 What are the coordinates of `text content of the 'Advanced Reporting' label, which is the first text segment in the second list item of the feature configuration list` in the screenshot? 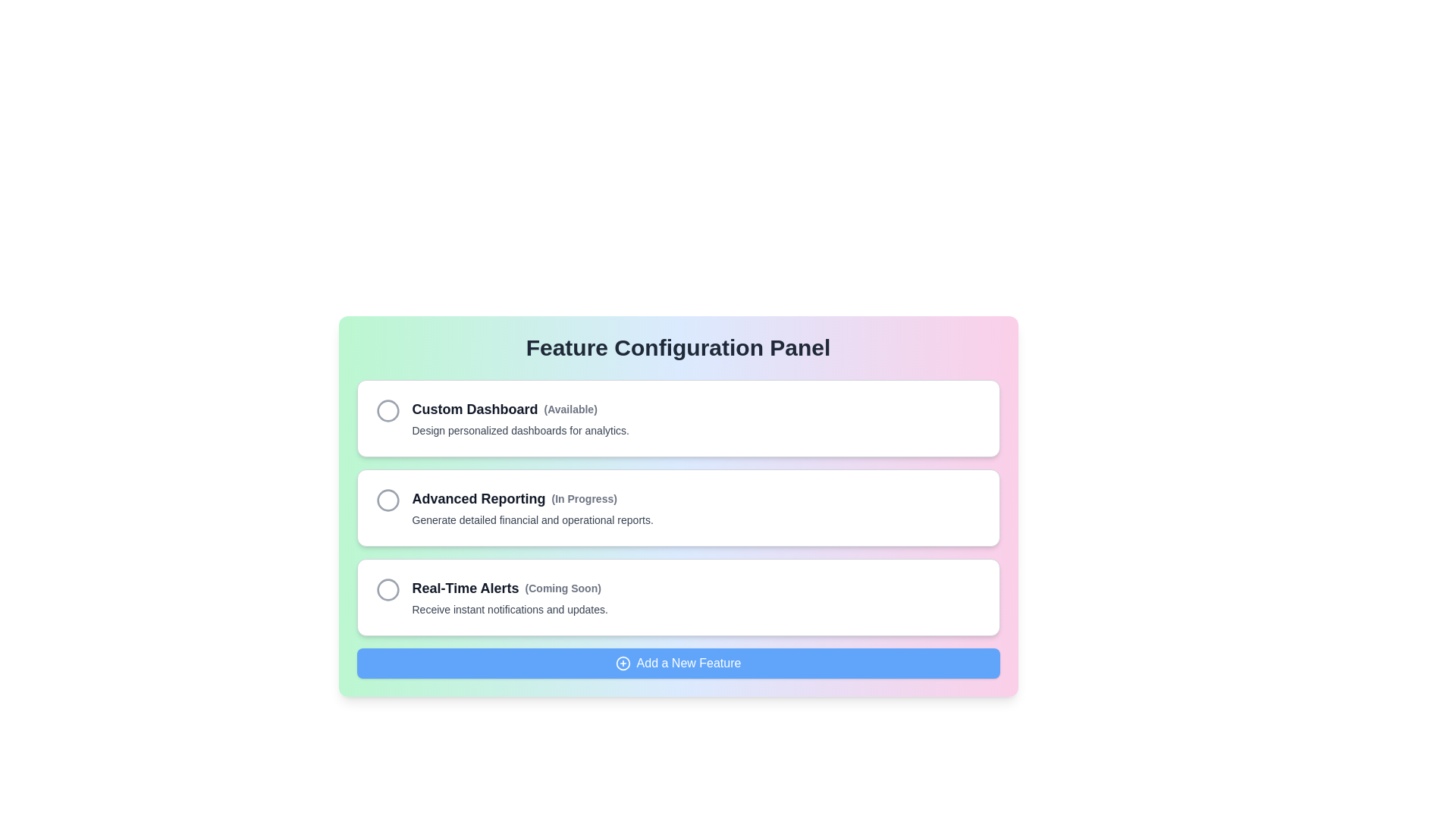 It's located at (478, 499).